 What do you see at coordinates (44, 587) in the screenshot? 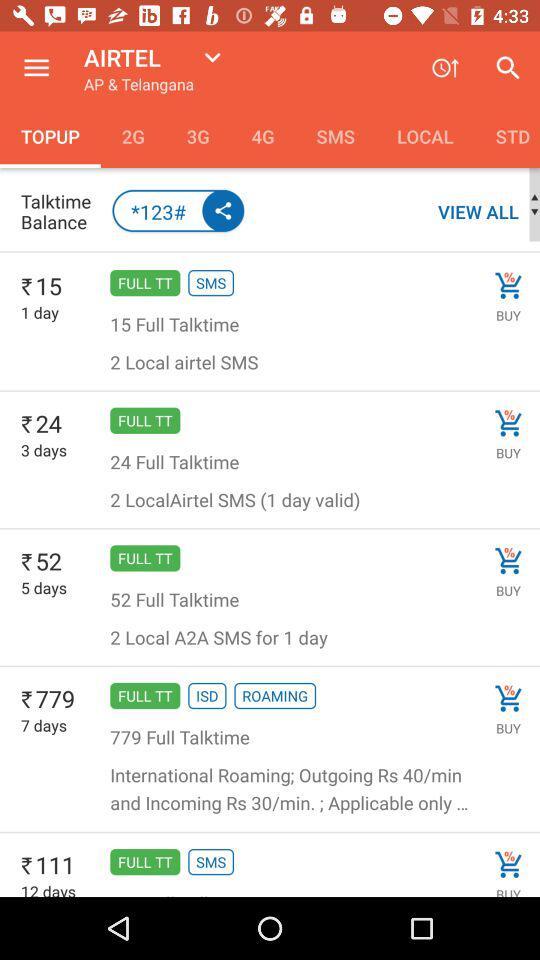
I see `the icon next to the full tt item` at bounding box center [44, 587].